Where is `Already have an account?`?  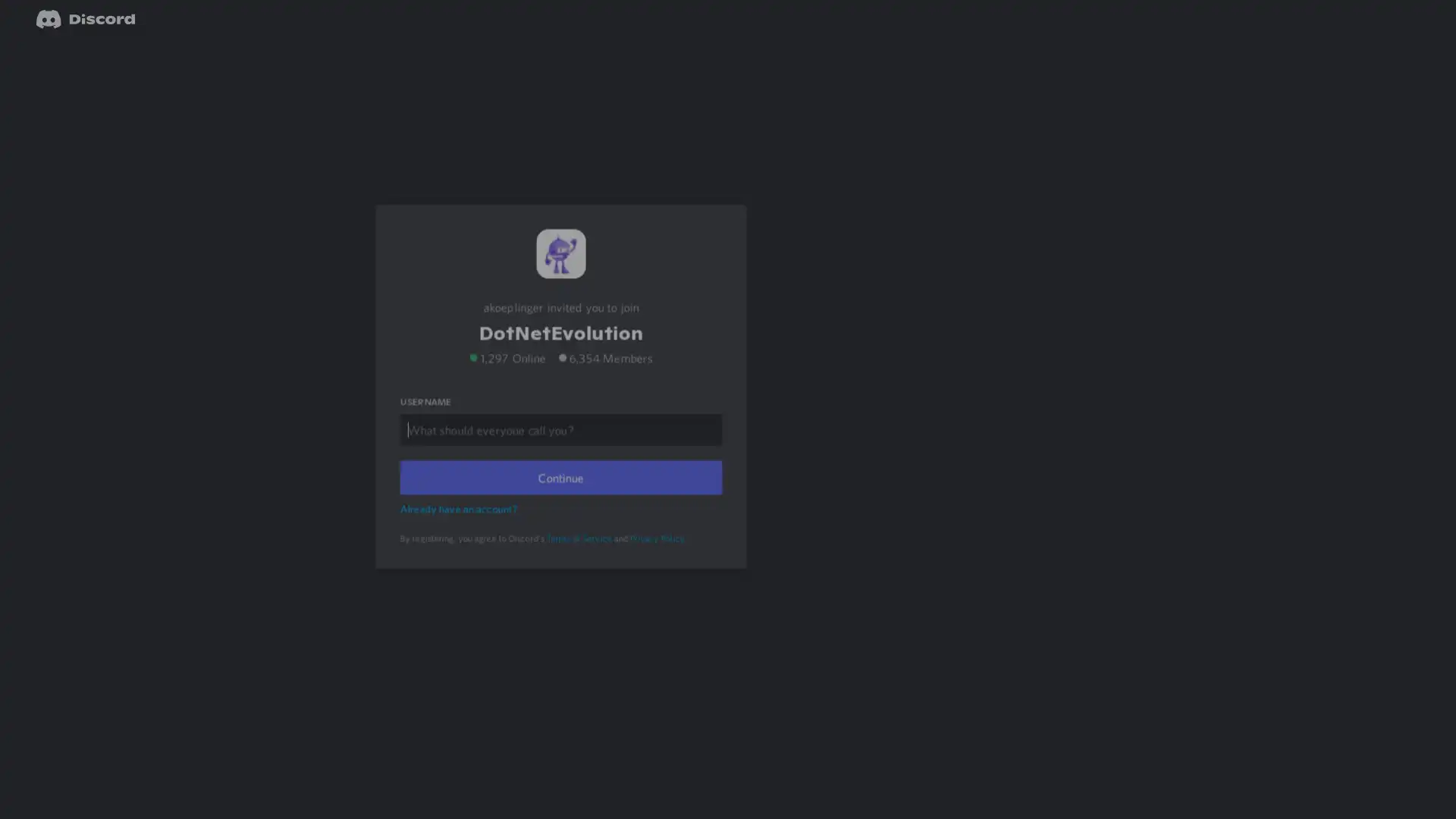 Already have an account? is located at coordinates (460, 528).